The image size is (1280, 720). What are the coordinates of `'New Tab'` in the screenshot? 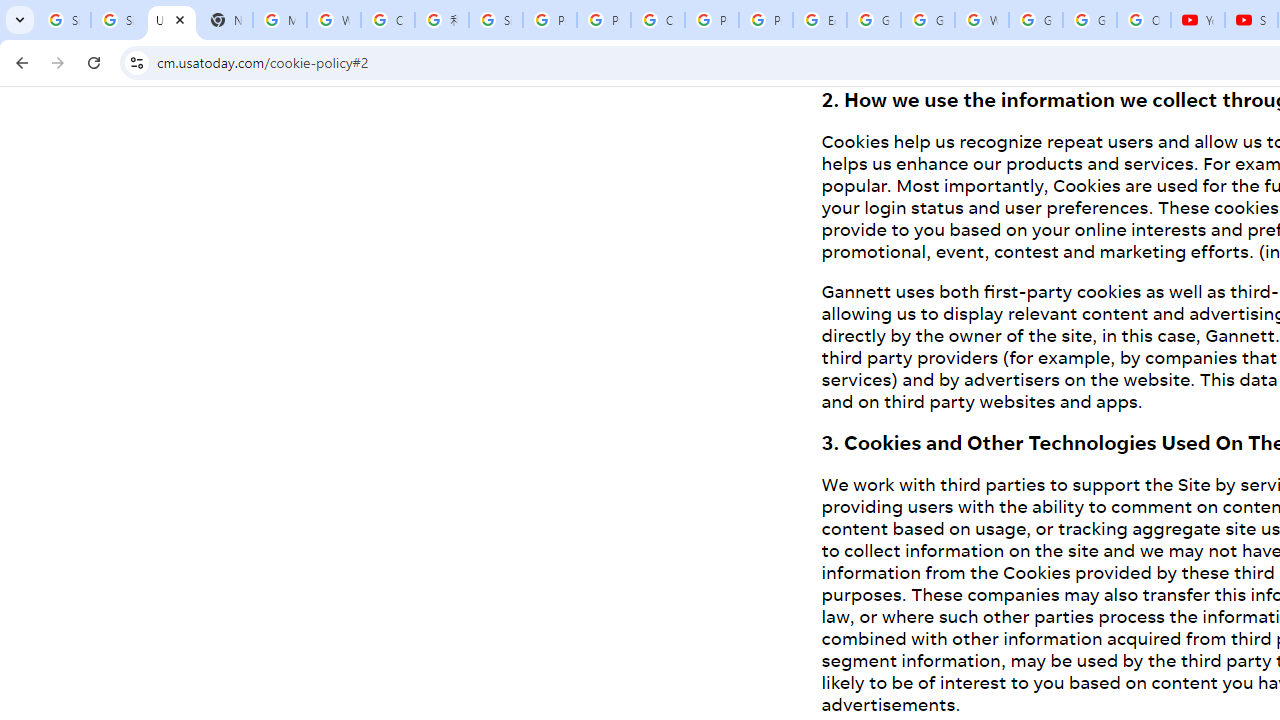 It's located at (225, 20).